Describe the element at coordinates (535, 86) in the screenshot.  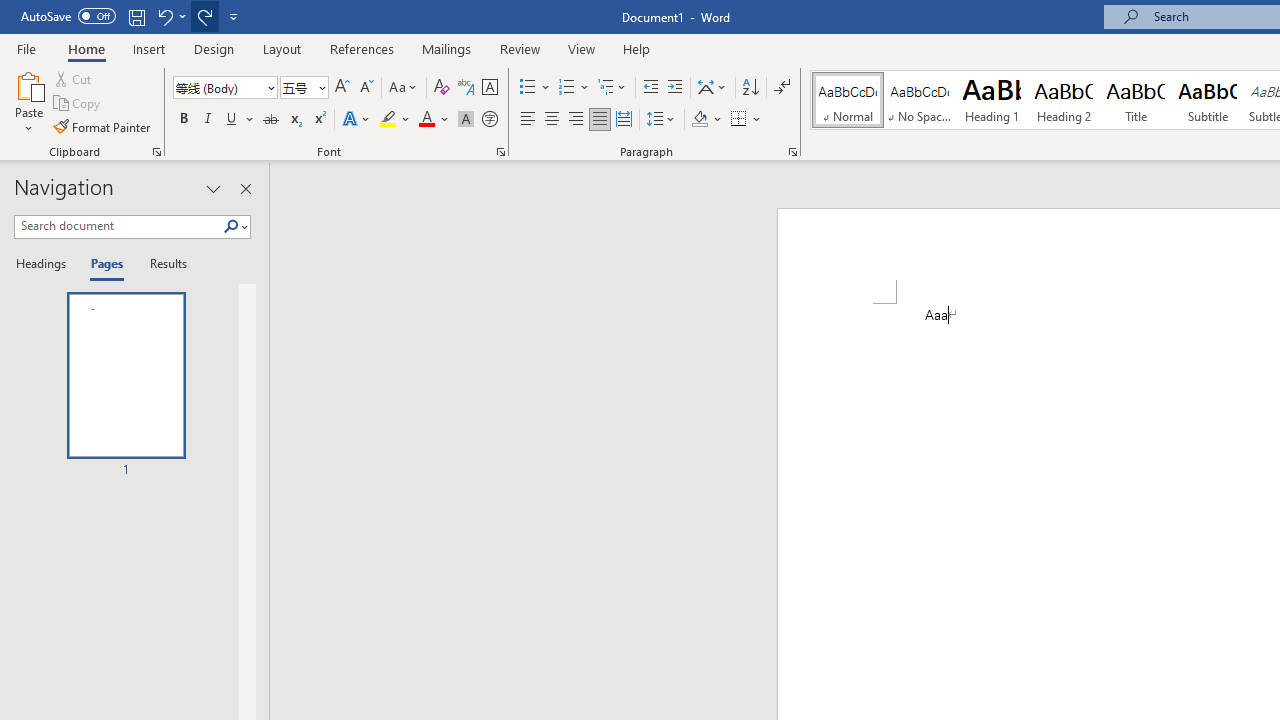
I see `'Bullets'` at that location.